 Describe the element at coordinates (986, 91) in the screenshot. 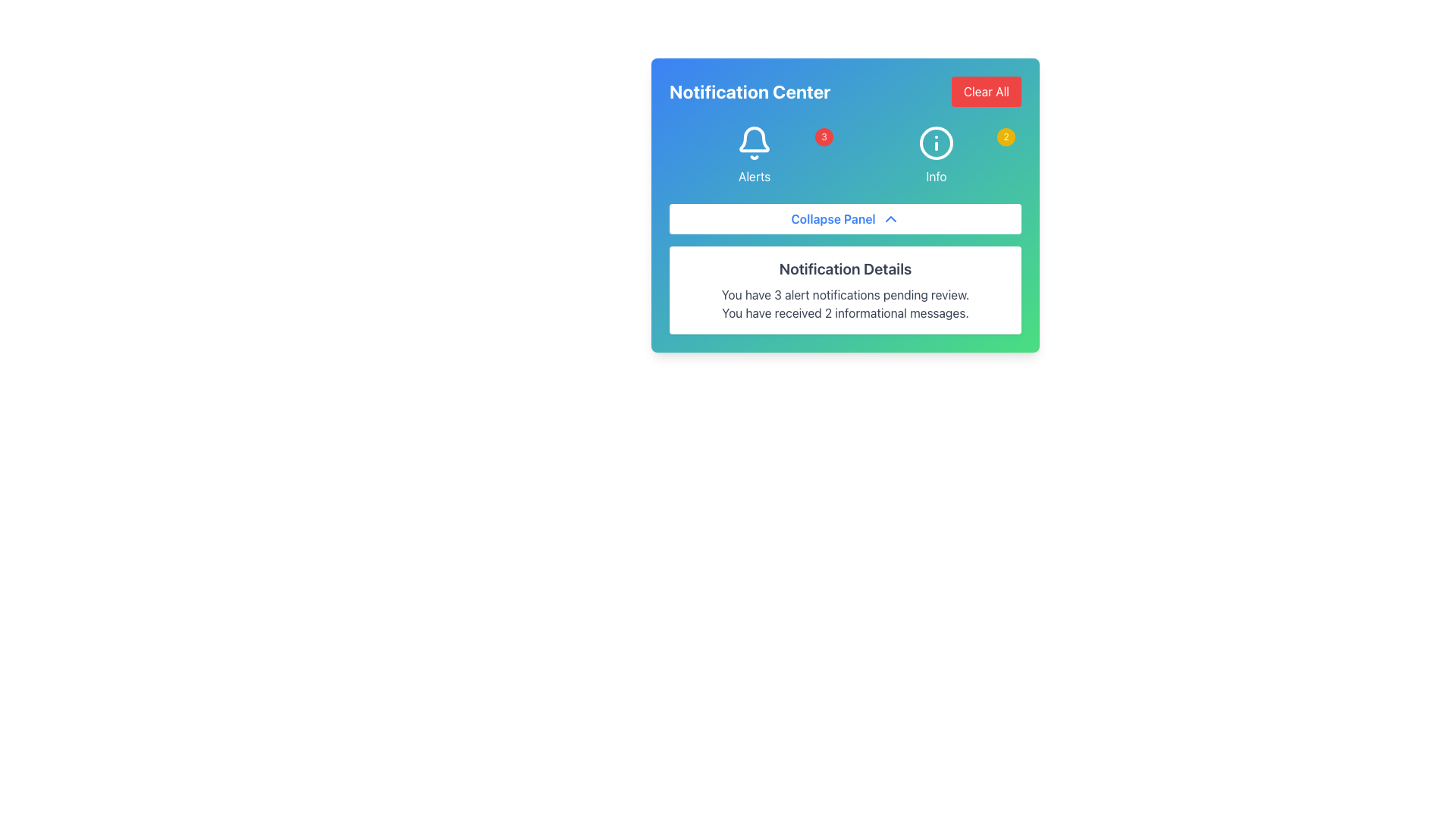

I see `the button to clear all notifications in the Notification Center located at the top-right corner of the banner header` at that location.